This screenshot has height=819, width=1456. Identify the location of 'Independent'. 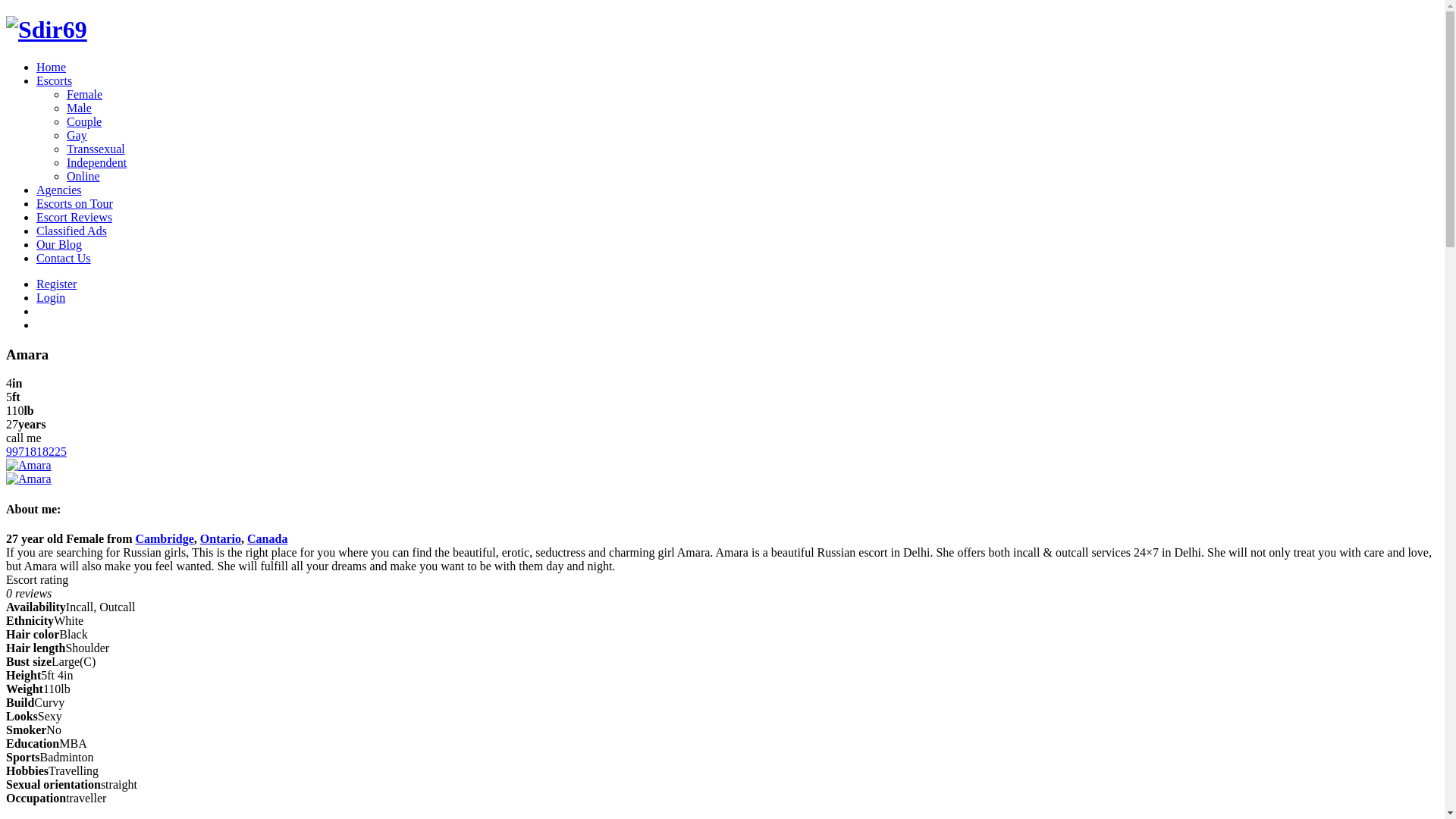
(96, 162).